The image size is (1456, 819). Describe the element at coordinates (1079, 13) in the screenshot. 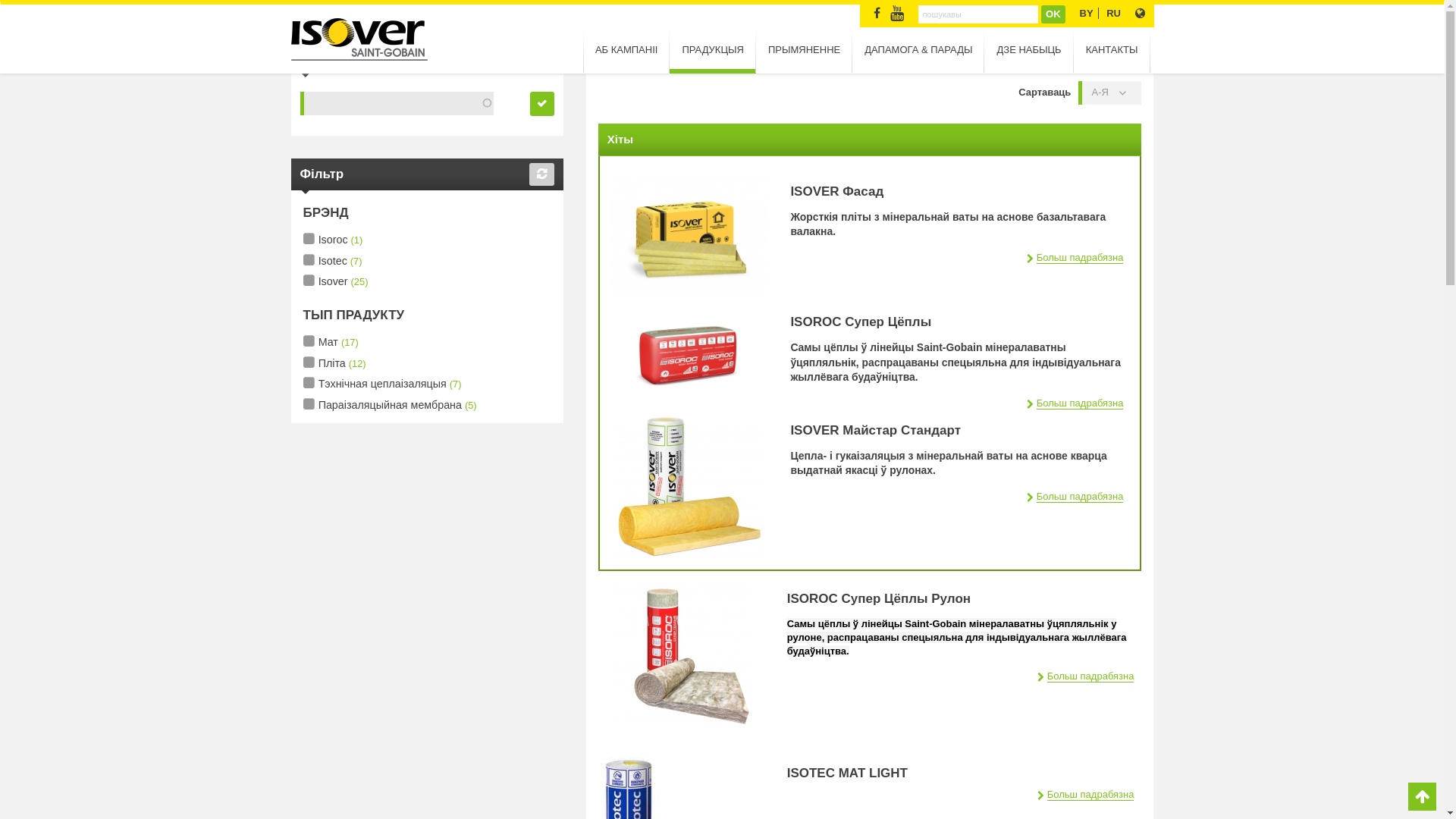

I see `'BY'` at that location.